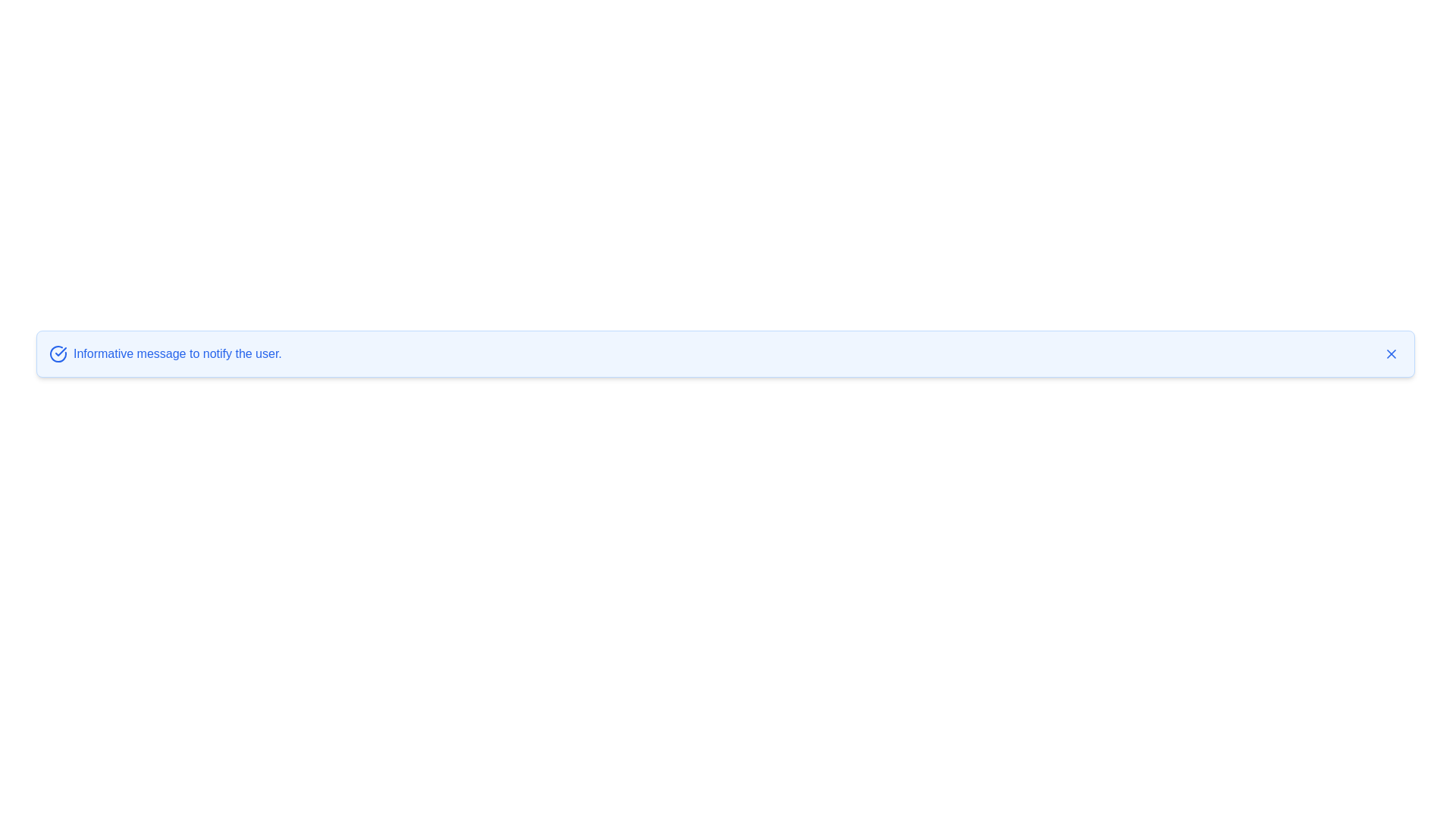 This screenshot has width=1456, height=819. I want to click on the blue-stroked circular icon button resembling an 'X', so click(1391, 353).